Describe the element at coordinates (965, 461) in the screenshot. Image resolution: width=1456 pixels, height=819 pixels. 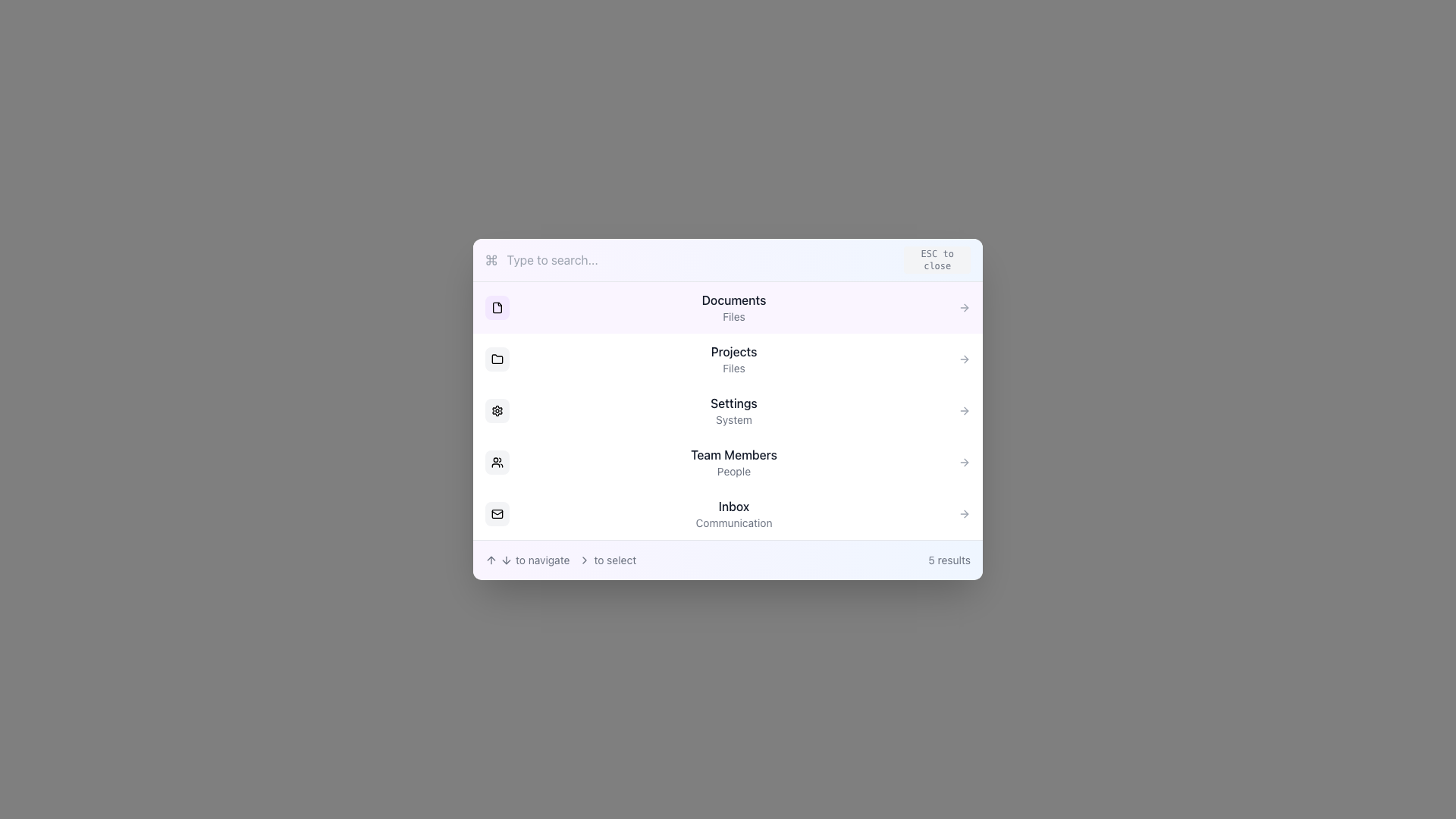
I see `the arrowhead icon on the far-right edge of the 'Team Members' list item` at that location.